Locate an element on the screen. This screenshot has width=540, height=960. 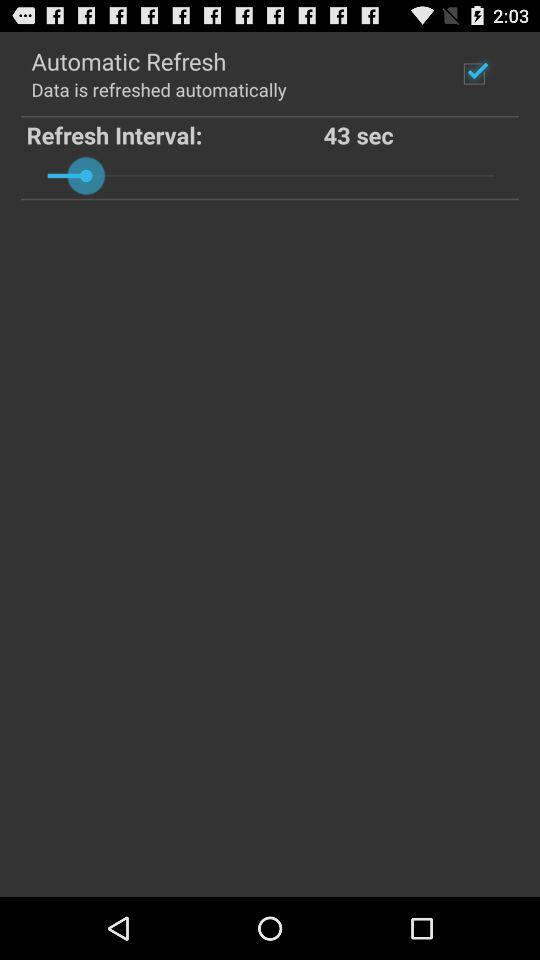
item next to 43 sec item is located at coordinates (175, 133).